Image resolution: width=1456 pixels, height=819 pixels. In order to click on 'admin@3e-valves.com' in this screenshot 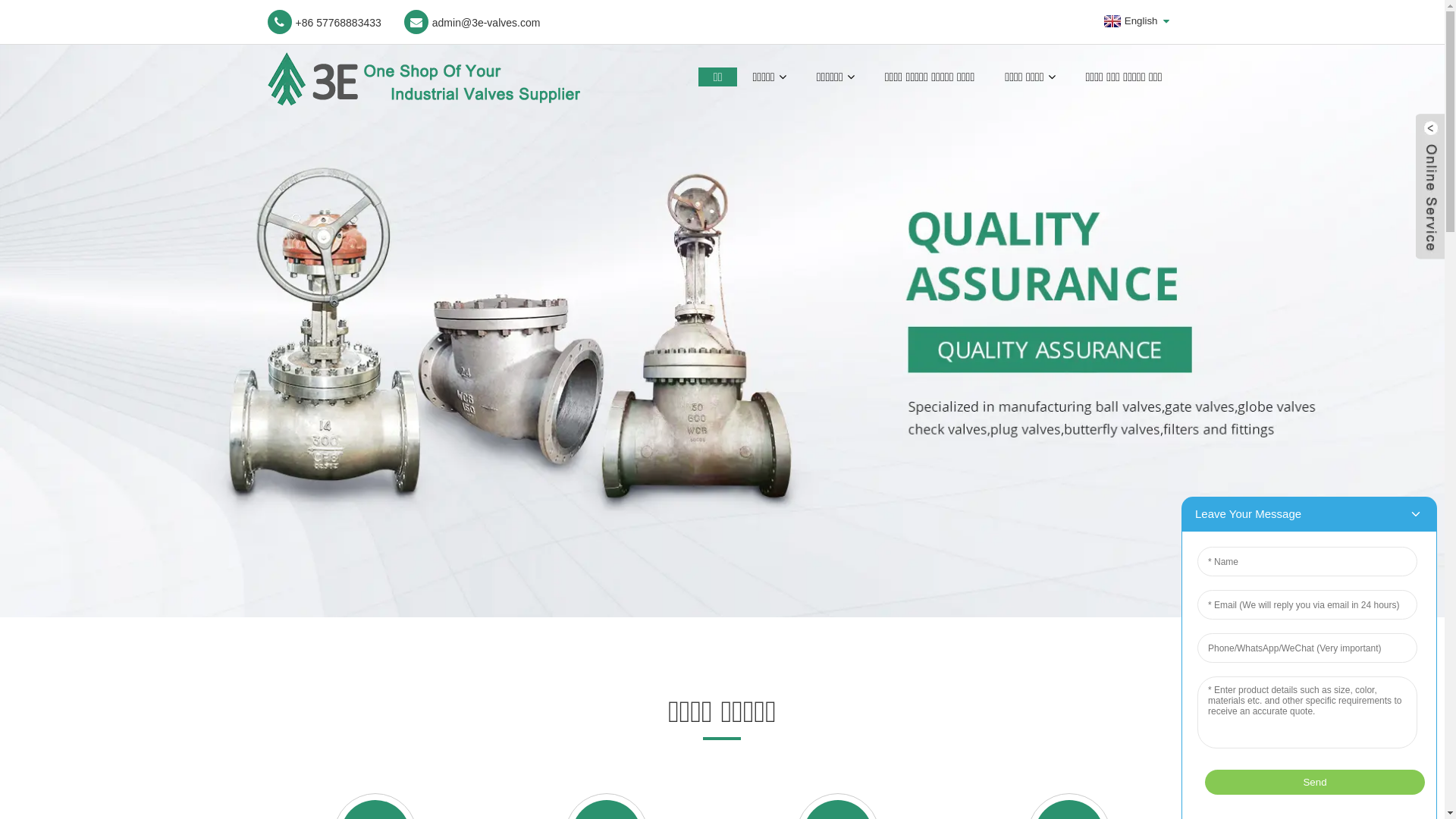, I will do `click(472, 22)`.